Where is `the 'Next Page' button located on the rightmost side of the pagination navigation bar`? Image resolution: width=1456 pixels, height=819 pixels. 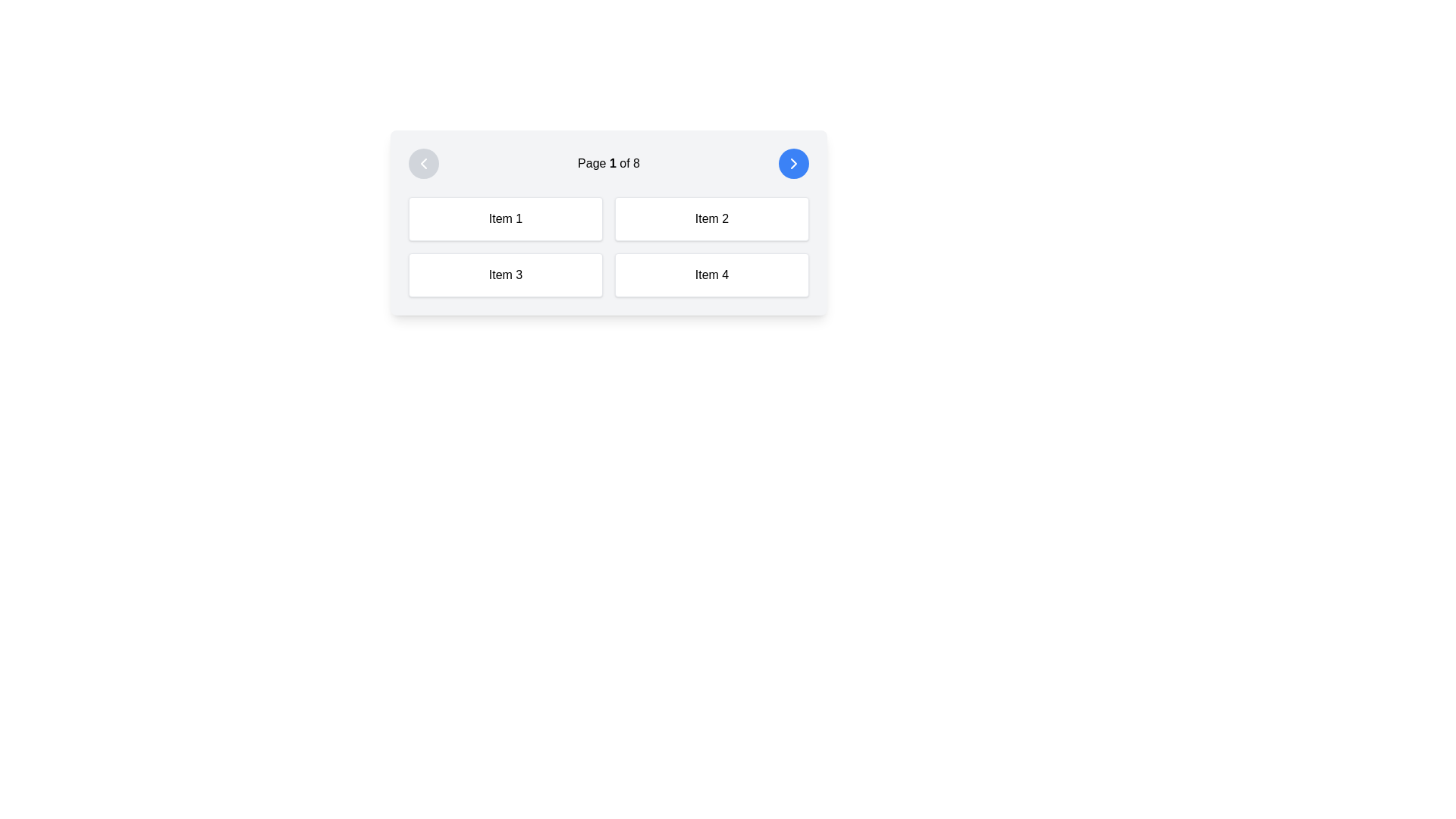
the 'Next Page' button located on the rightmost side of the pagination navigation bar is located at coordinates (792, 164).